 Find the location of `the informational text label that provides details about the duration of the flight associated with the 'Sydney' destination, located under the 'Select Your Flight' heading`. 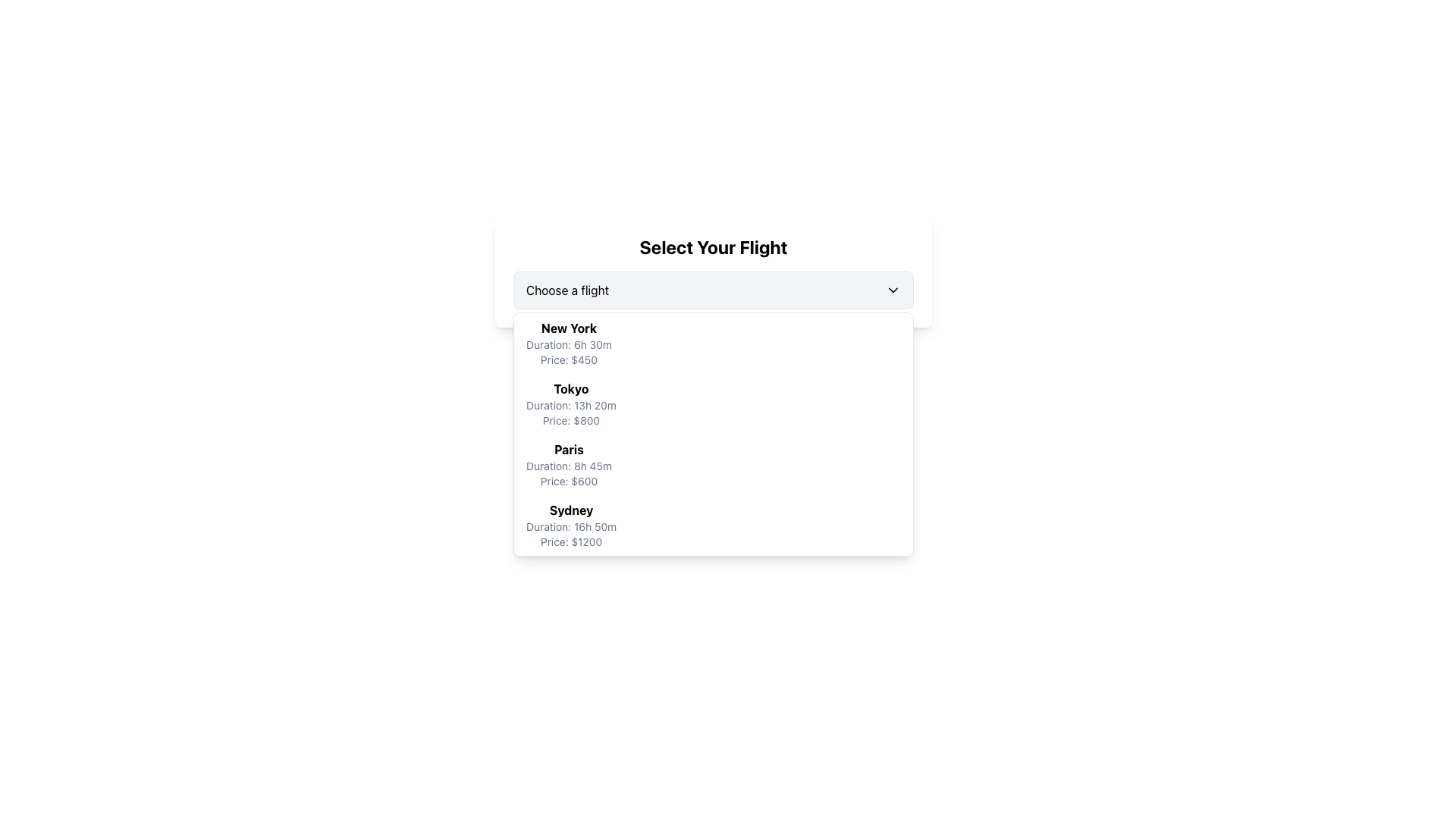

the informational text label that provides details about the duration of the flight associated with the 'Sydney' destination, located under the 'Select Your Flight' heading is located at coordinates (570, 526).